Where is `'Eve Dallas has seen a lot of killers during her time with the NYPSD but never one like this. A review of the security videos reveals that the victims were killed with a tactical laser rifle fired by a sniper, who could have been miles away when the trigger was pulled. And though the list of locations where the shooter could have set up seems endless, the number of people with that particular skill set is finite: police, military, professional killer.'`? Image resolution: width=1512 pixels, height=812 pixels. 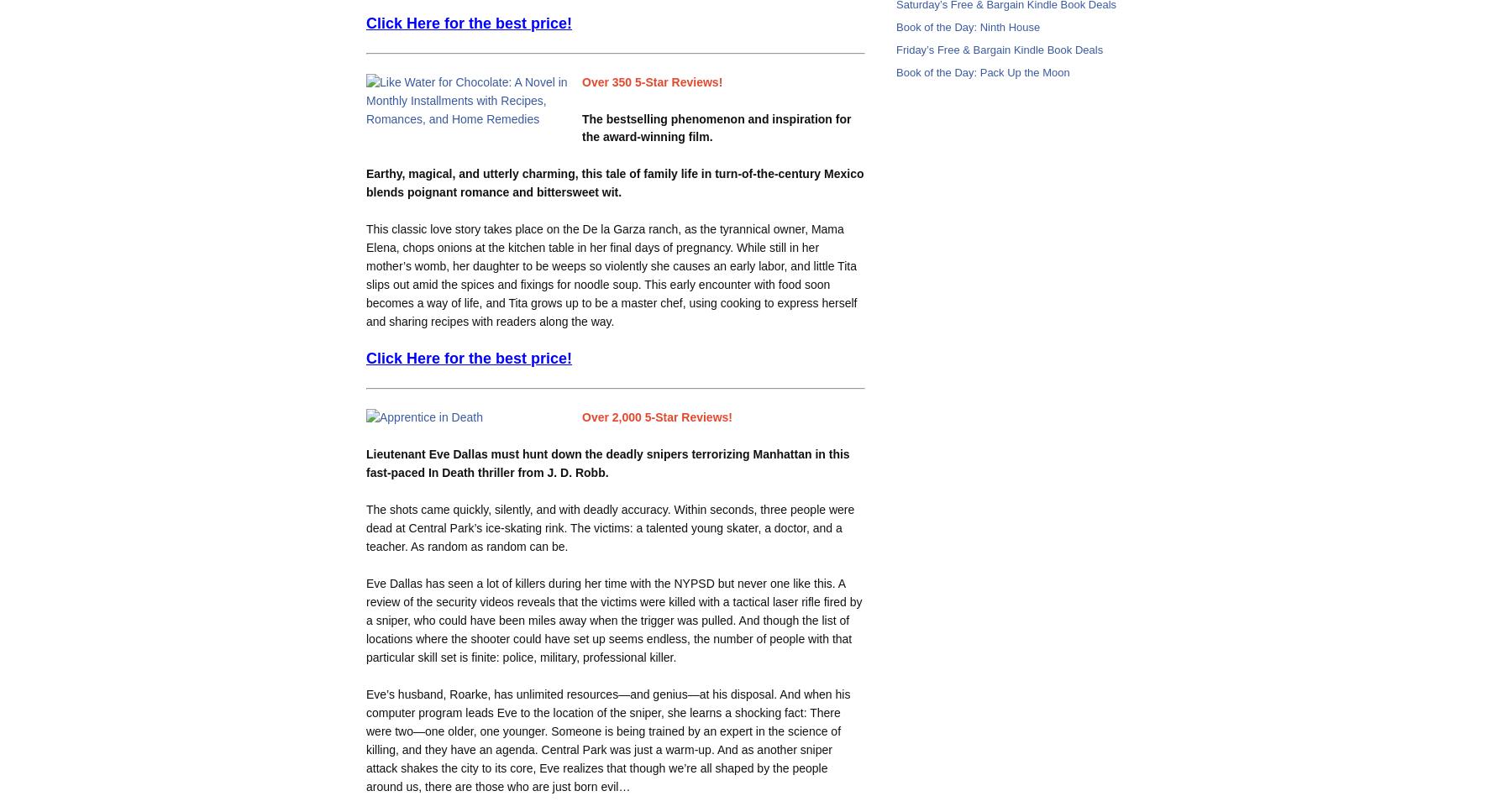 'Eve Dallas has seen a lot of killers during her time with the NYPSD but never one like this. A review of the security videos reveals that the victims were killed with a tactical laser rifle fired by a sniper, who could have been miles away when the trigger was pulled. And though the list of locations where the shooter could have set up seems endless, the number of people with that particular skill set is finite: police, military, professional killer.' is located at coordinates (612, 619).